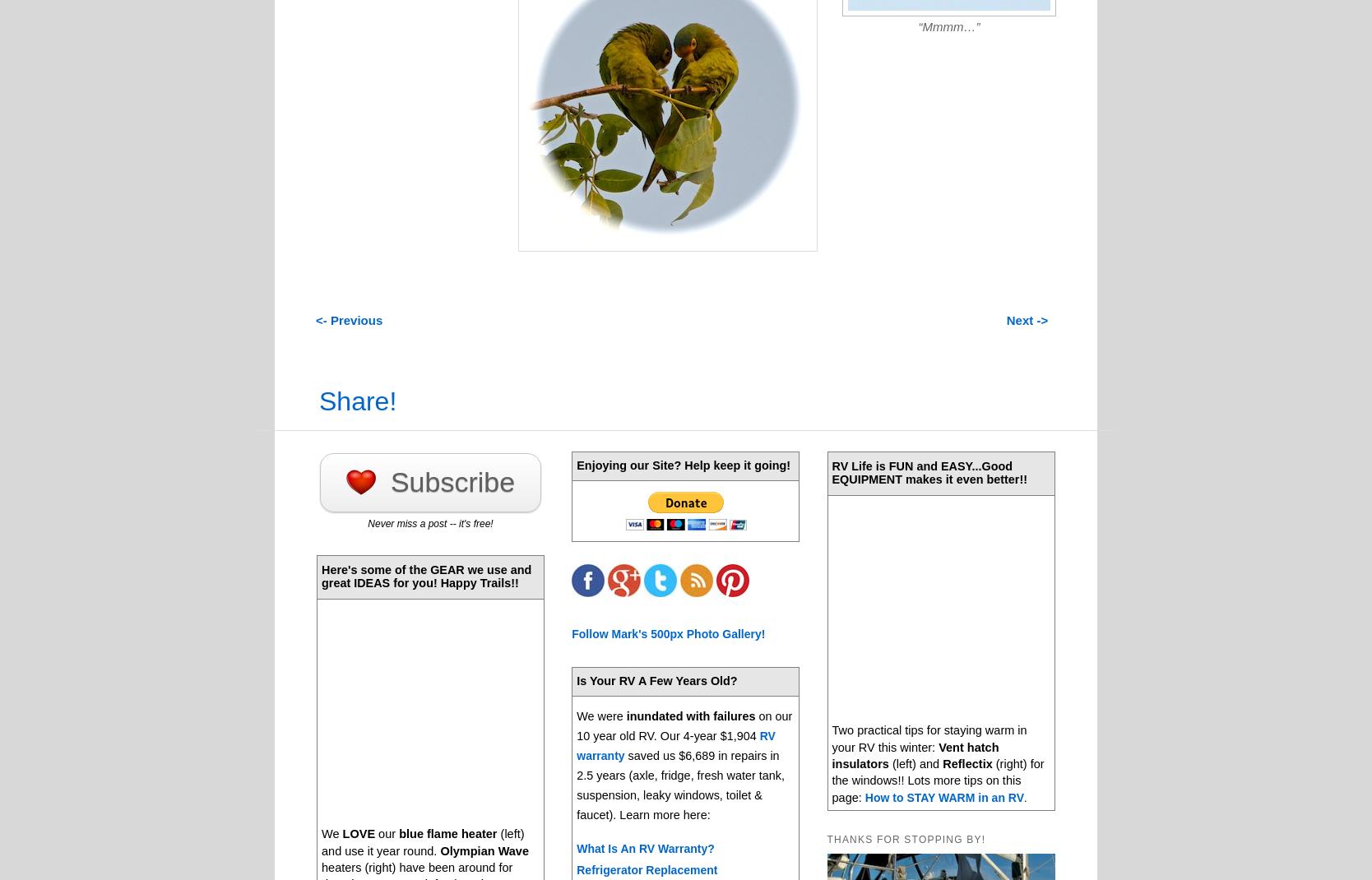 The width and height of the screenshot is (1372, 880). I want to click on 'Never miss a post -- it's free!', so click(429, 523).